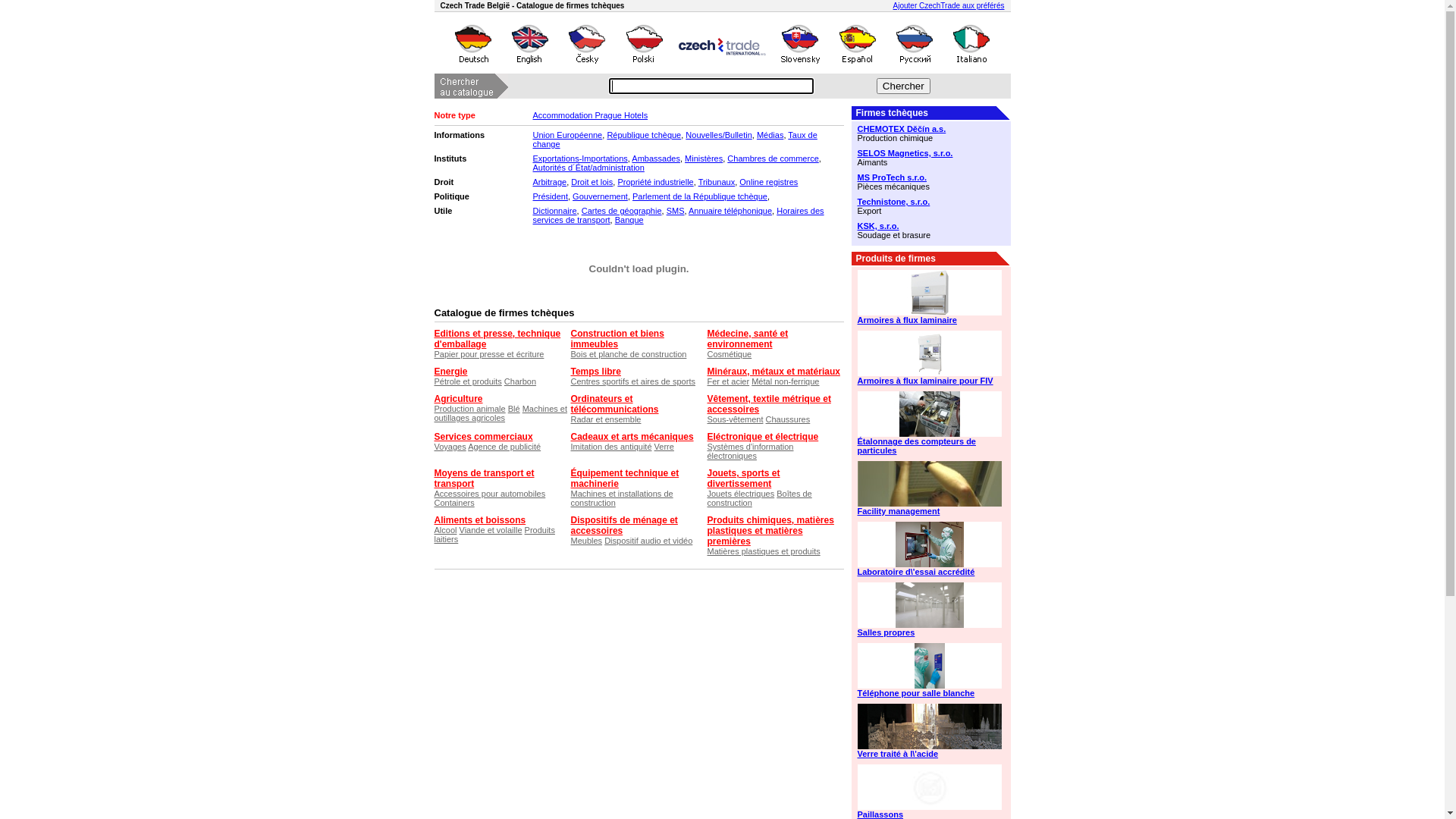 The image size is (1456, 819). I want to click on 'Editions et presse, technique d'emballage', so click(497, 338).